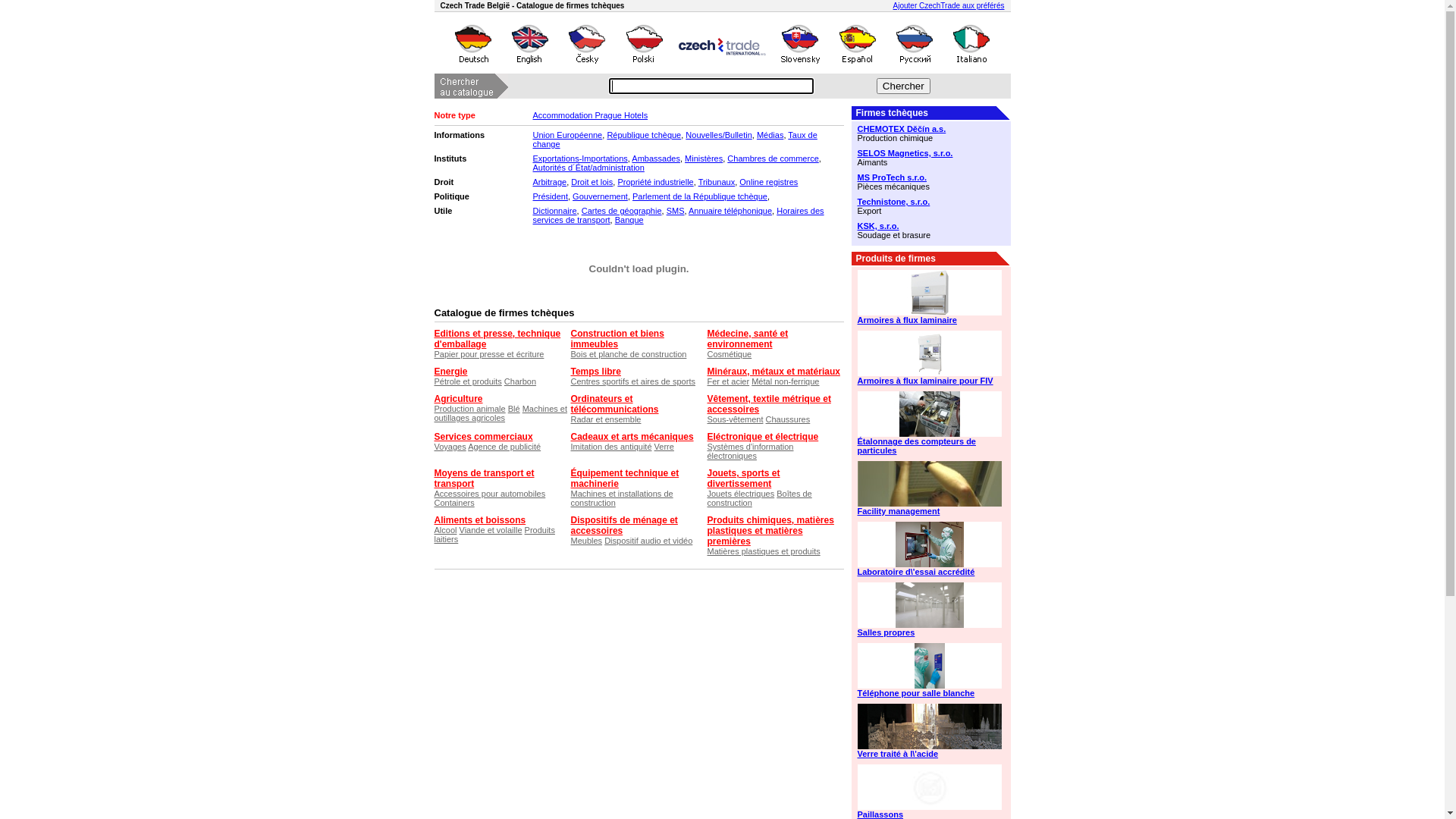 The image size is (1456, 819). I want to click on 'Editions et presse, technique d'emballage', so click(497, 338).